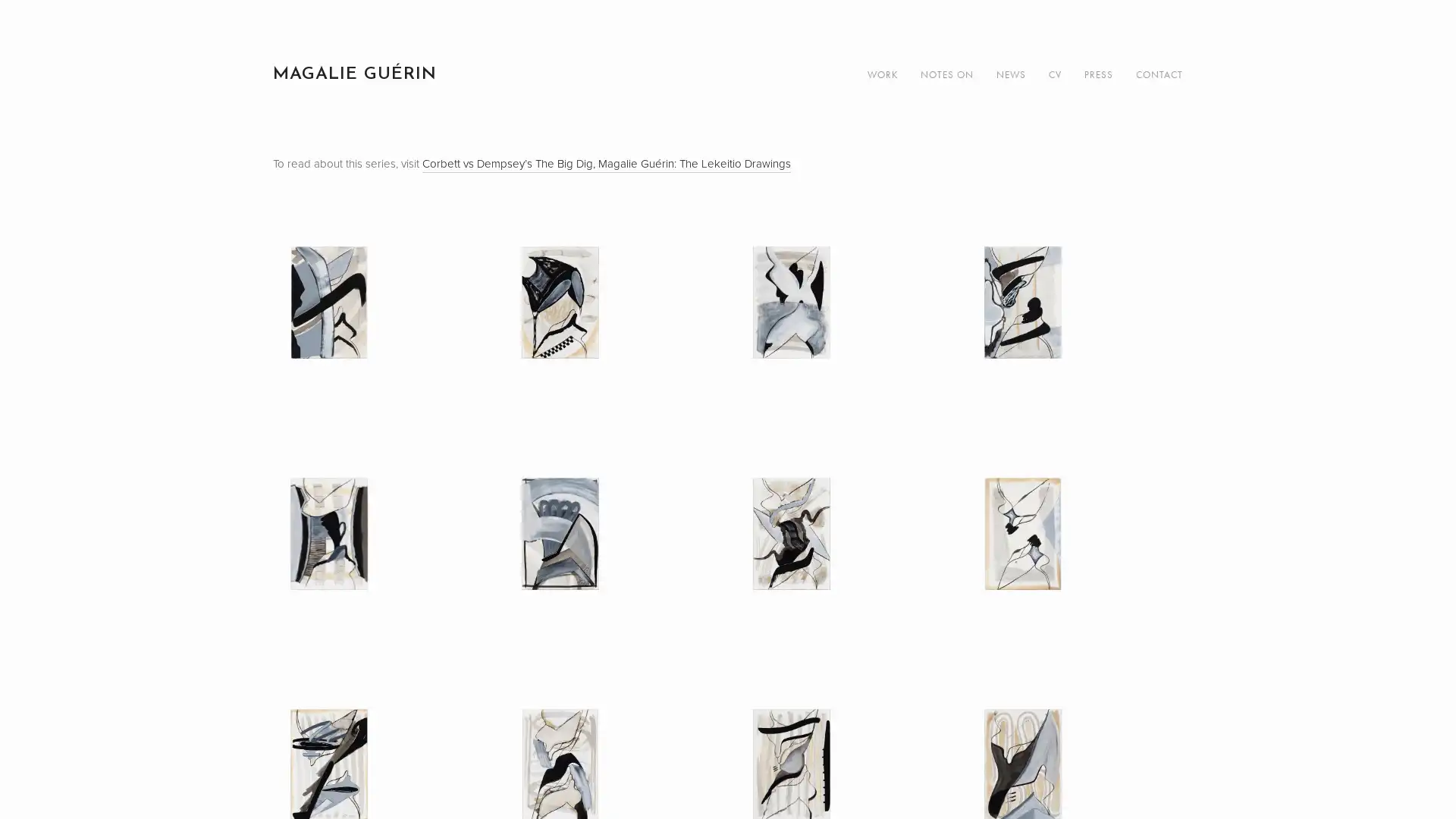  What do you see at coordinates (381, 585) in the screenshot?
I see `View fullsize Untitled (LK 05), 2019` at bounding box center [381, 585].